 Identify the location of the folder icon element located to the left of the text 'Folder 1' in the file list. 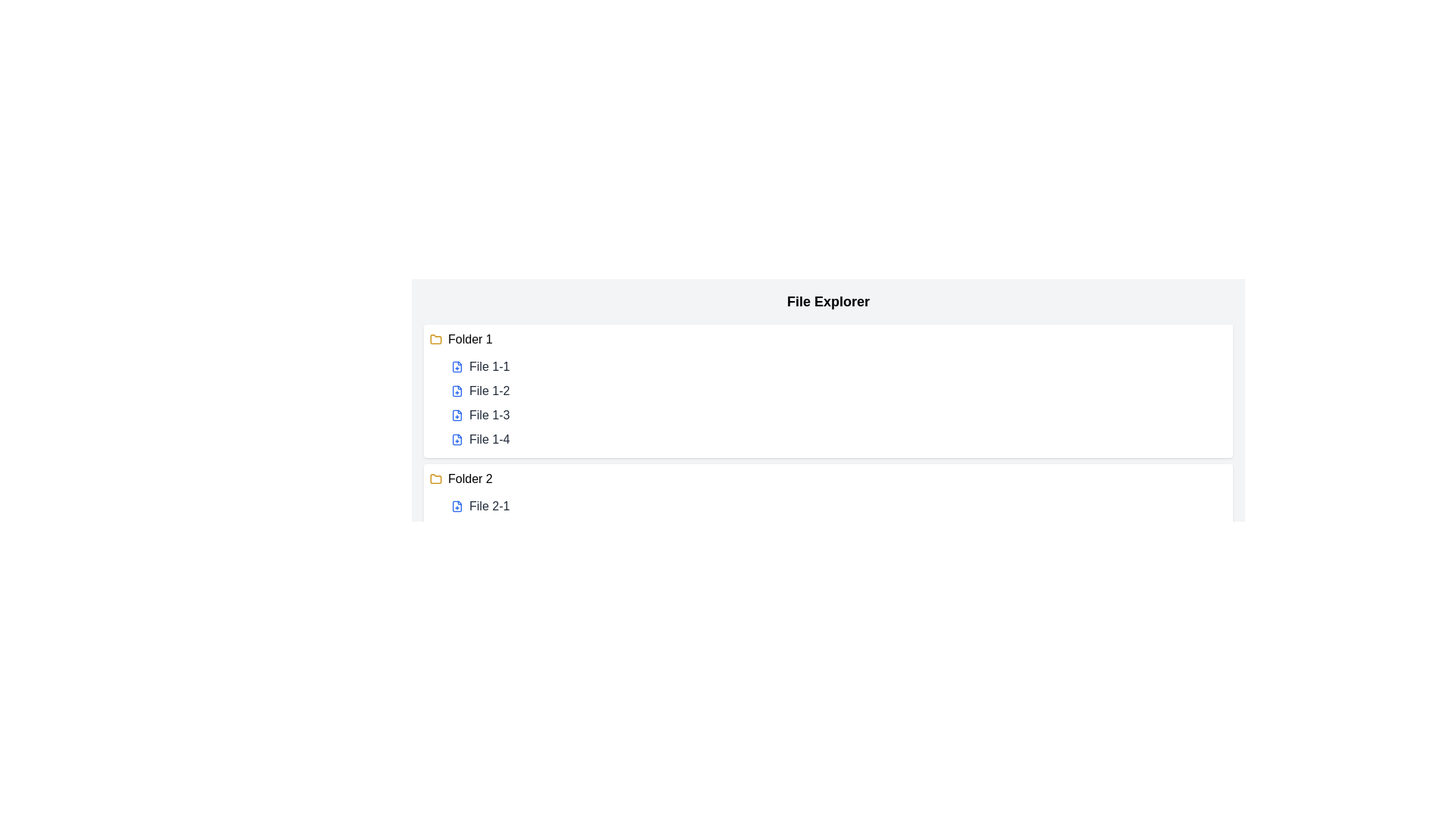
(435, 338).